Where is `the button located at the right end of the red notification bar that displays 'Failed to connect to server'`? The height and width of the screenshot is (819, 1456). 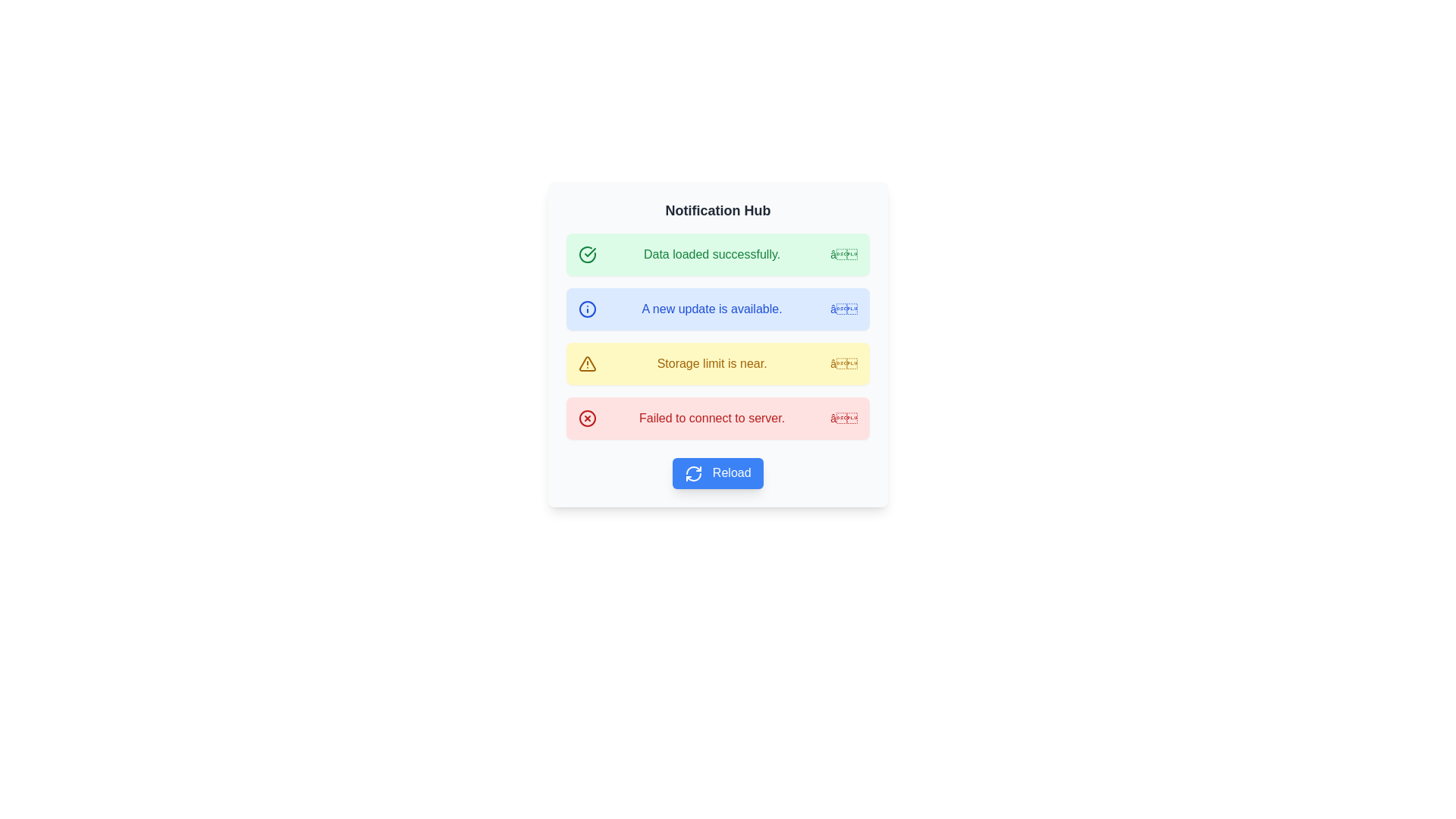 the button located at the right end of the red notification bar that displays 'Failed to connect to server' is located at coordinates (843, 418).